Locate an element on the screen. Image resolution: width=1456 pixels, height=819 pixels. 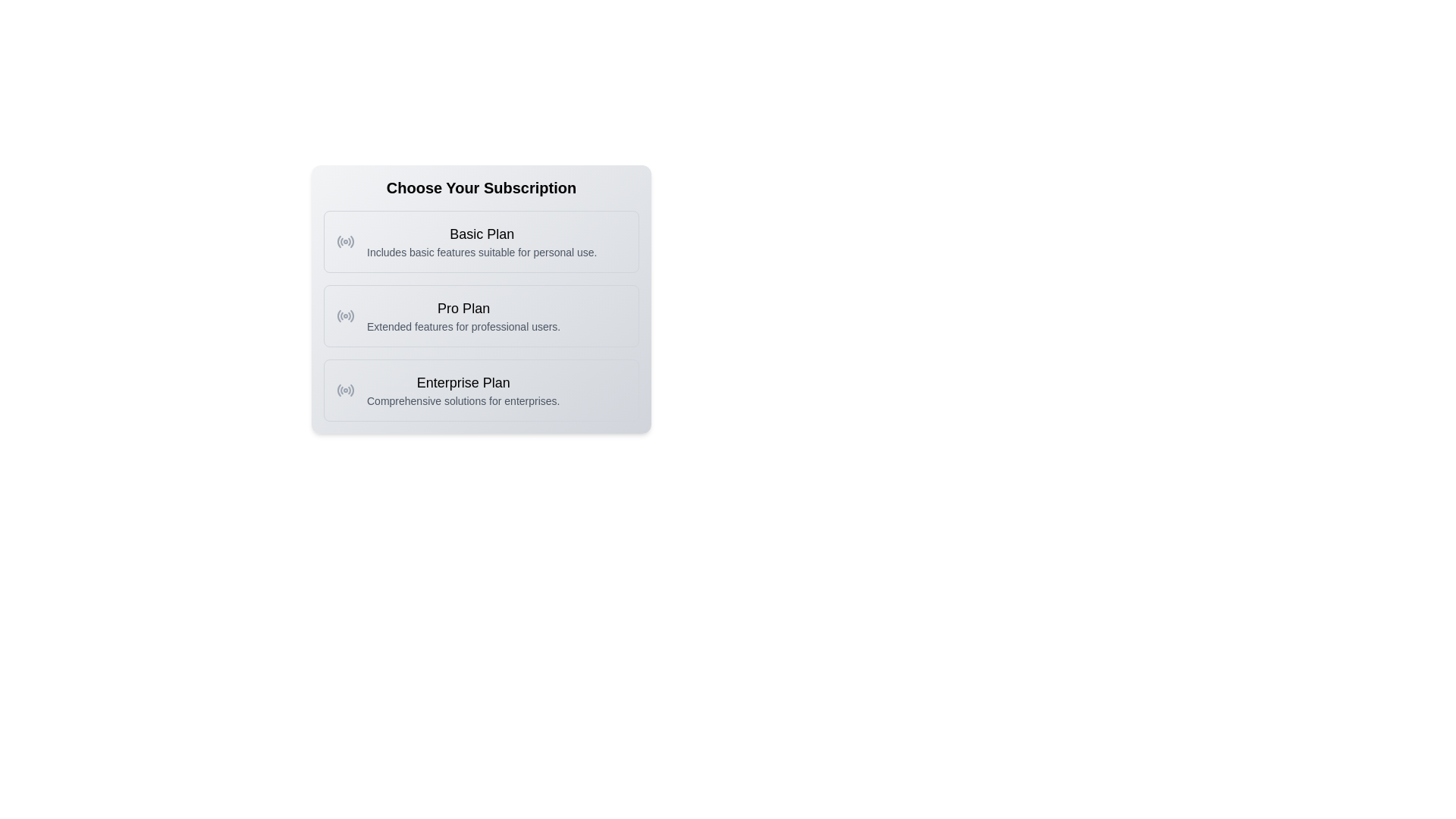
text from the 'Basic Plan' label, which is displayed prominently in a medium-sized, bold font at the top of the subscription options card is located at coordinates (481, 234).